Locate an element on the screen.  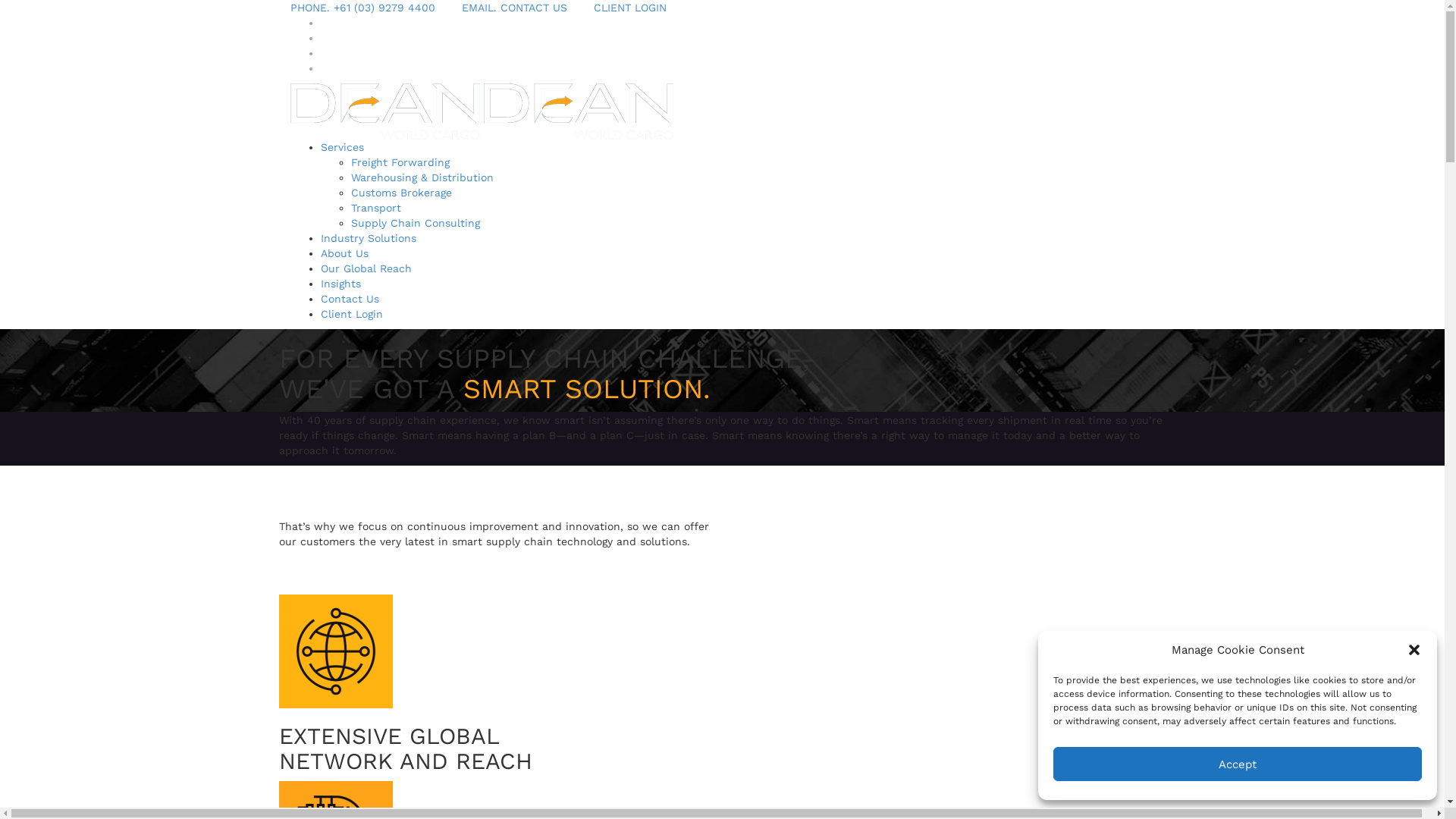
'About Us' is located at coordinates (343, 253).